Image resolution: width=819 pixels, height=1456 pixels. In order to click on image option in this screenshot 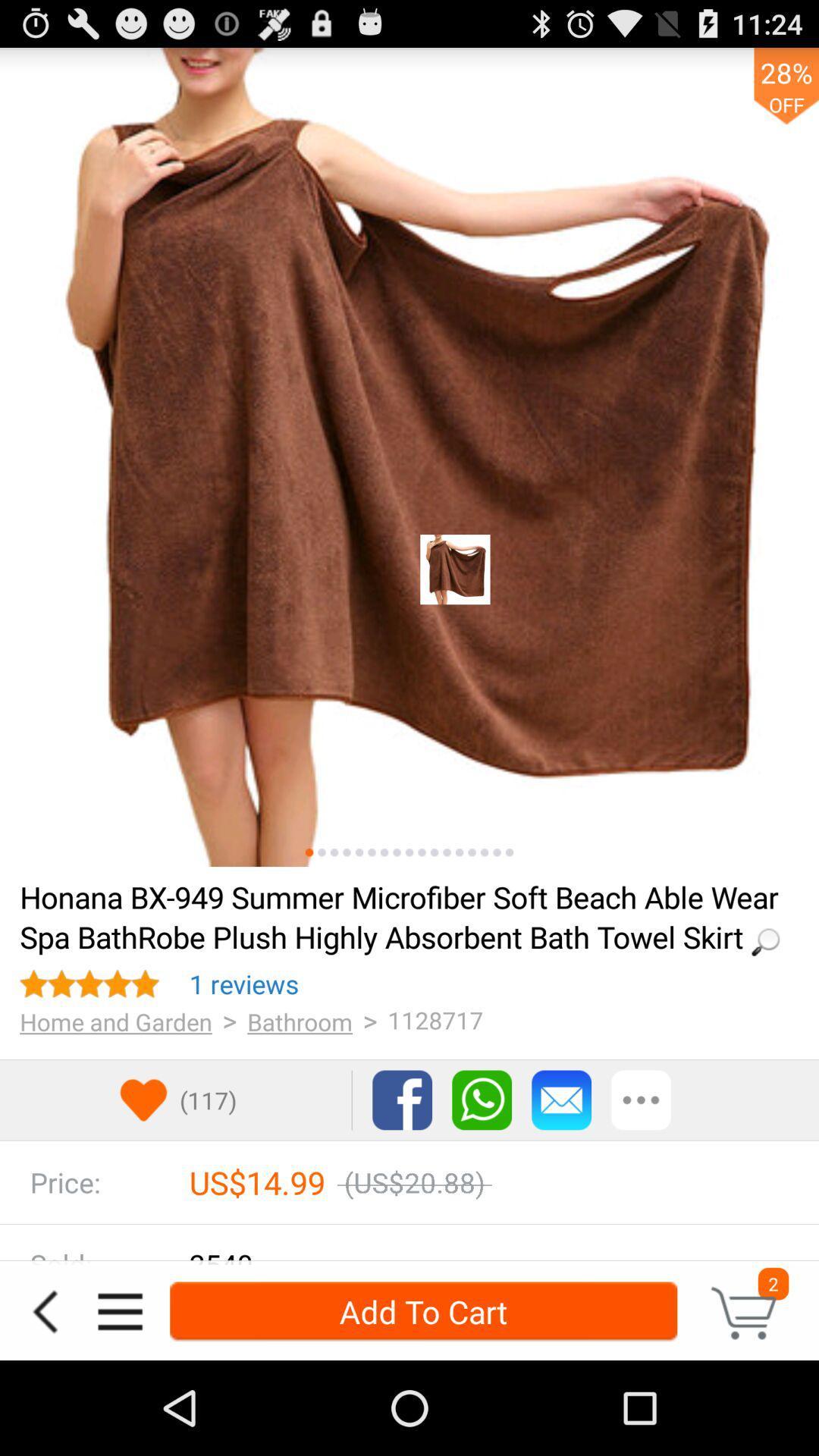, I will do `click(458, 852)`.